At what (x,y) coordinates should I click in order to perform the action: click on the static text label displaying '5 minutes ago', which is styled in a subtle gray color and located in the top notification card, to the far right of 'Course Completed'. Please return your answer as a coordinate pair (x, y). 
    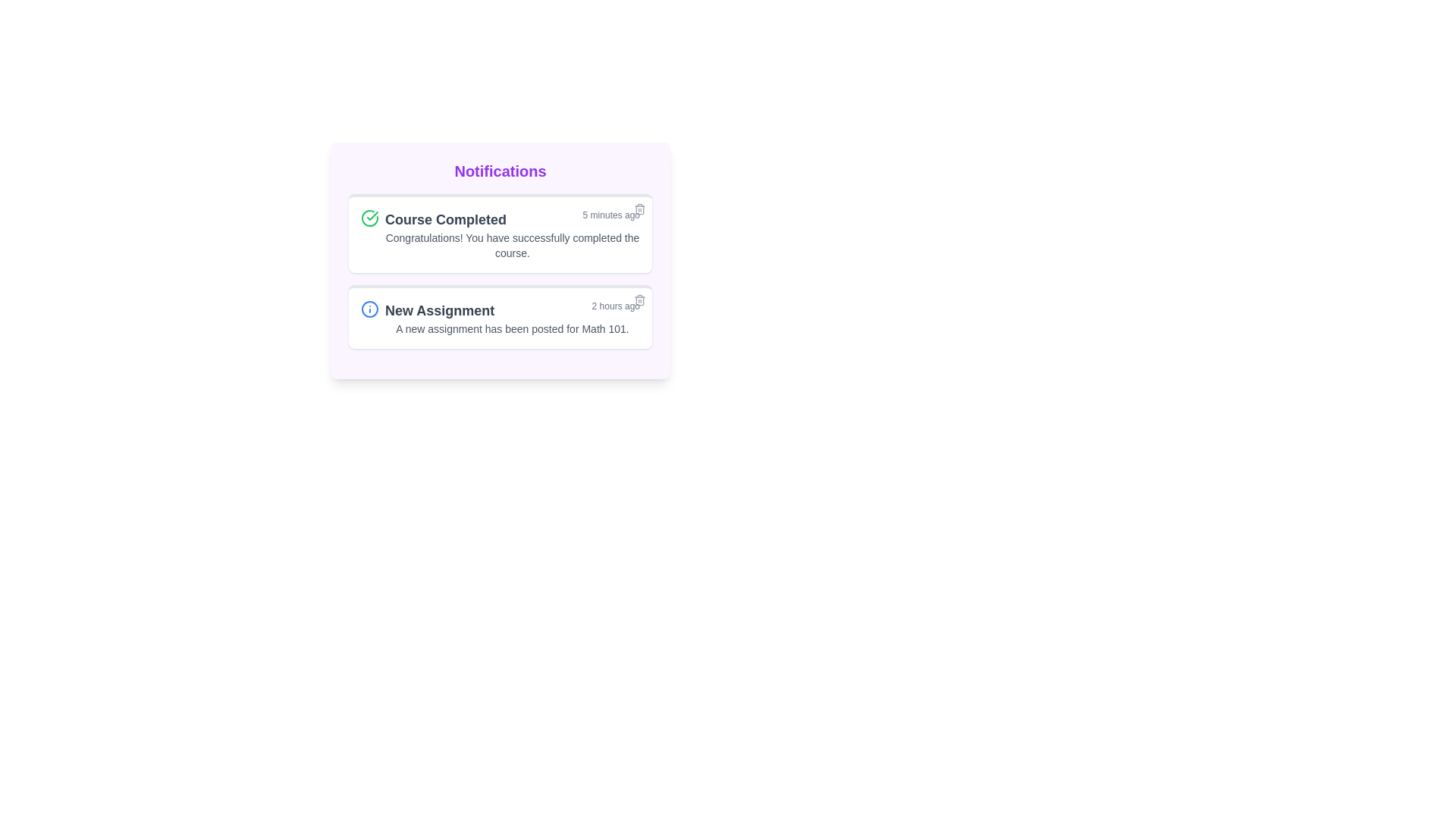
    Looking at the image, I should click on (611, 219).